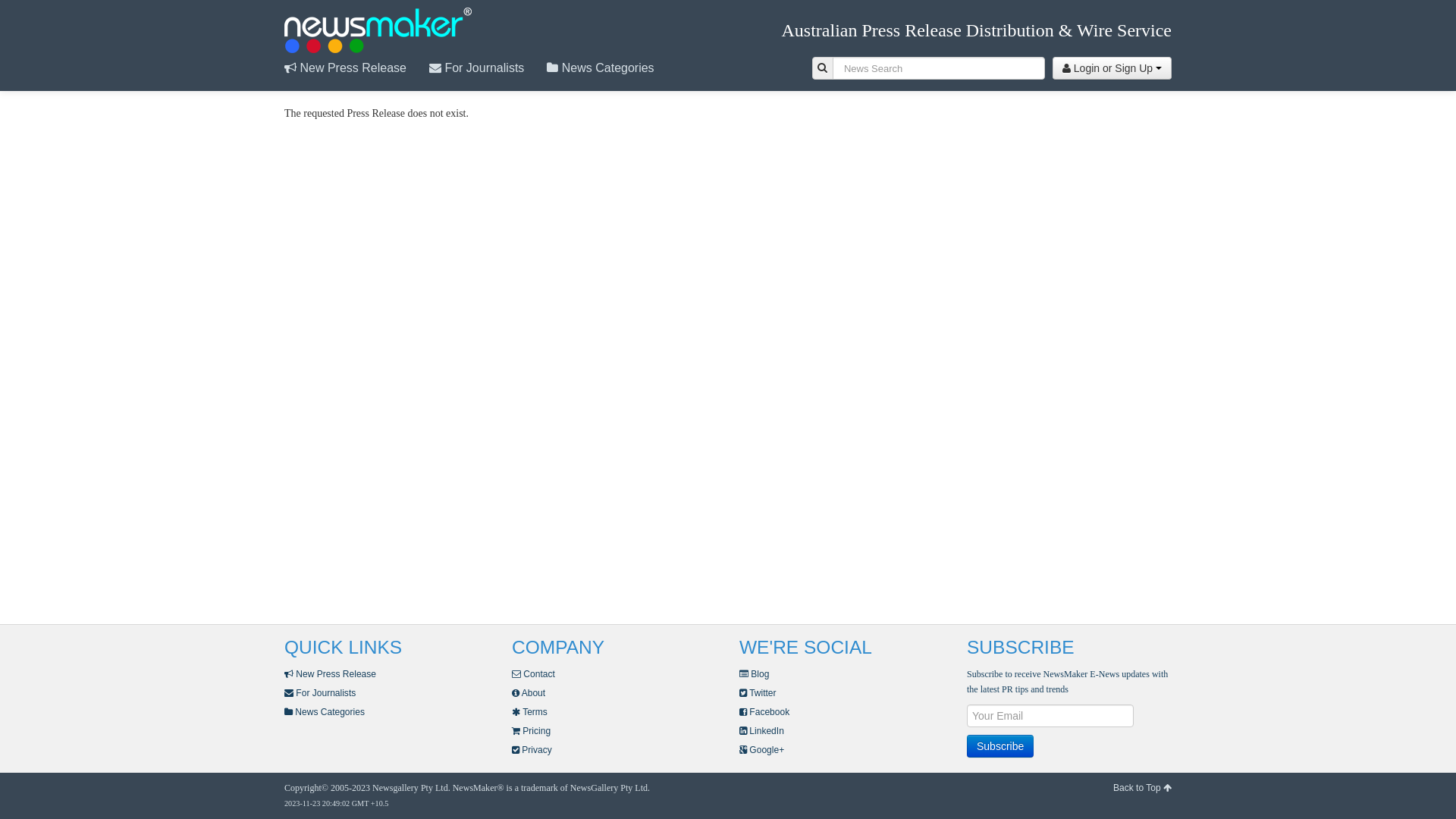  What do you see at coordinates (739, 673) in the screenshot?
I see `'Blog'` at bounding box center [739, 673].